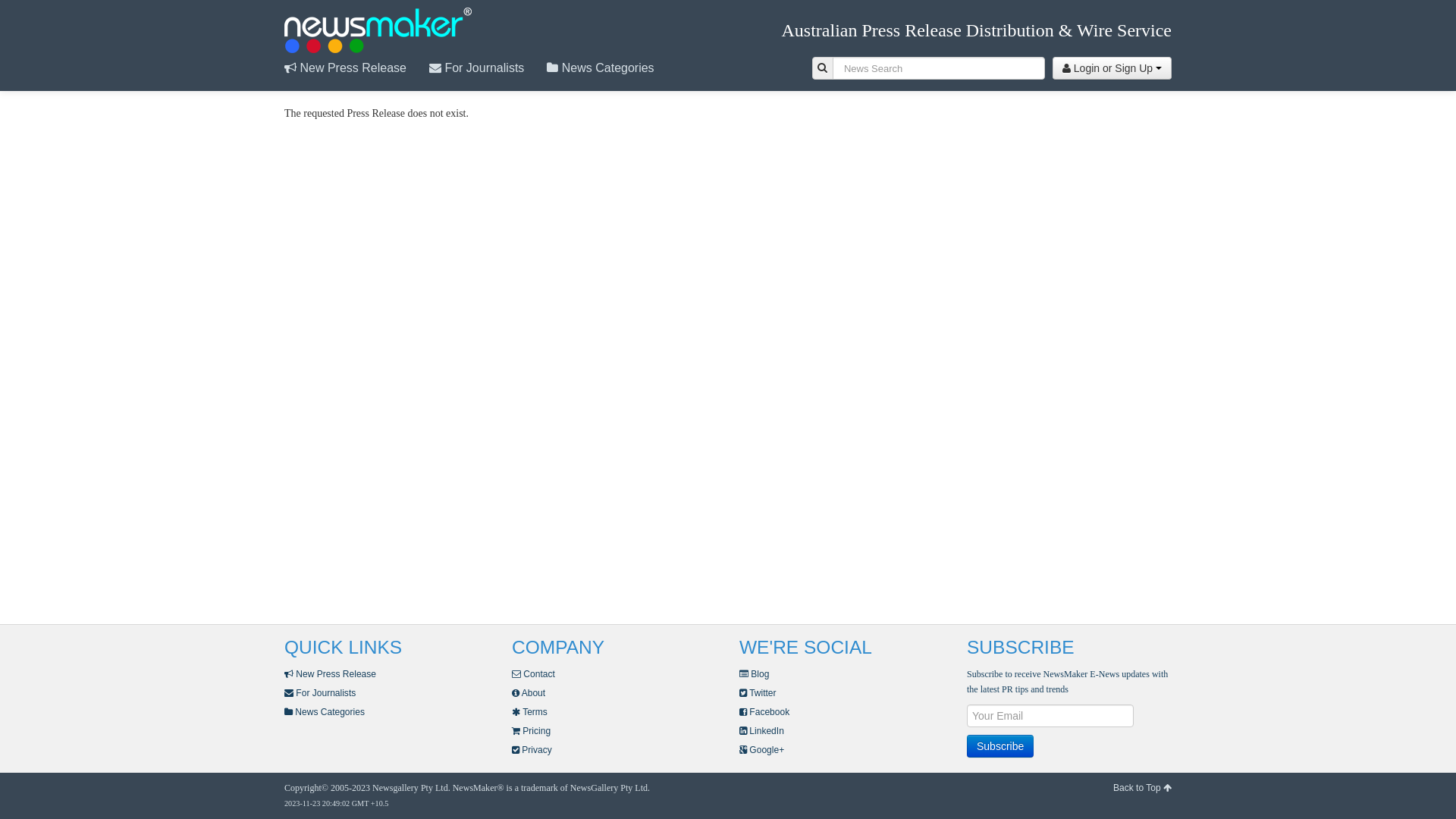  What do you see at coordinates (739, 673) in the screenshot?
I see `'Blog'` at bounding box center [739, 673].